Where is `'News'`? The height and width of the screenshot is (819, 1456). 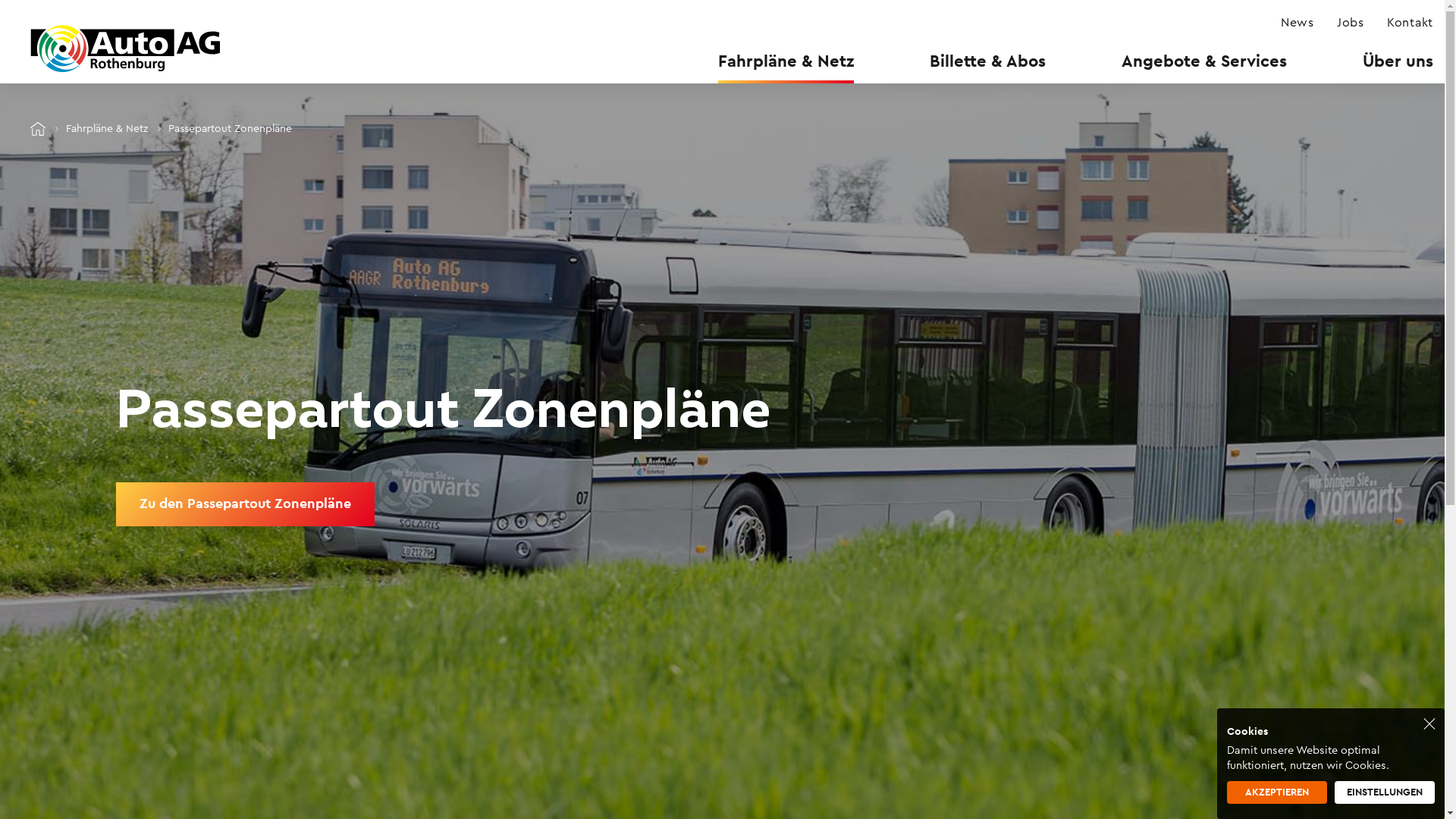
'News' is located at coordinates (1280, 23).